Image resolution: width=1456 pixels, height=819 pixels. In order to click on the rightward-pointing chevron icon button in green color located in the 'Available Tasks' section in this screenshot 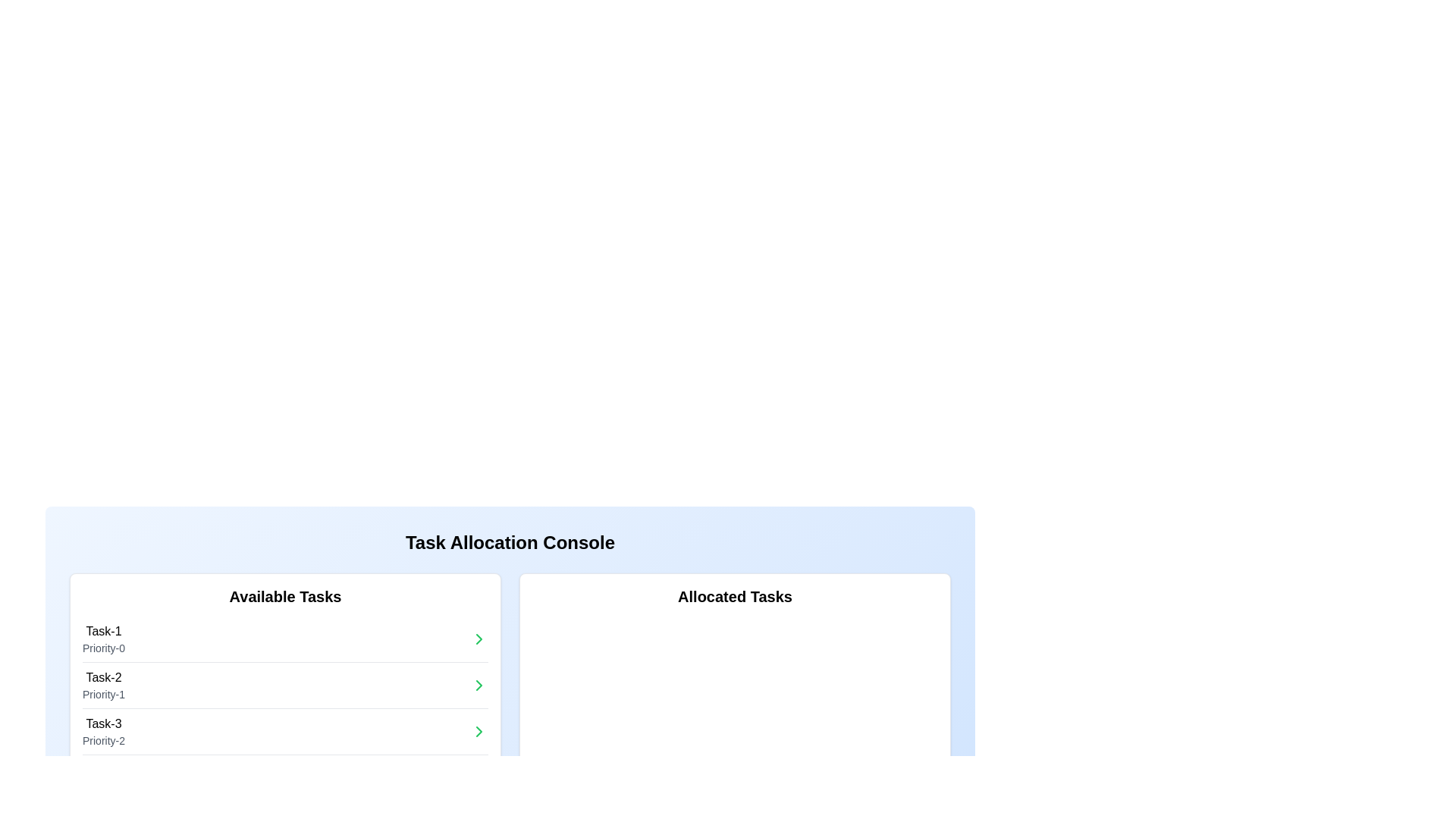, I will do `click(479, 639)`.